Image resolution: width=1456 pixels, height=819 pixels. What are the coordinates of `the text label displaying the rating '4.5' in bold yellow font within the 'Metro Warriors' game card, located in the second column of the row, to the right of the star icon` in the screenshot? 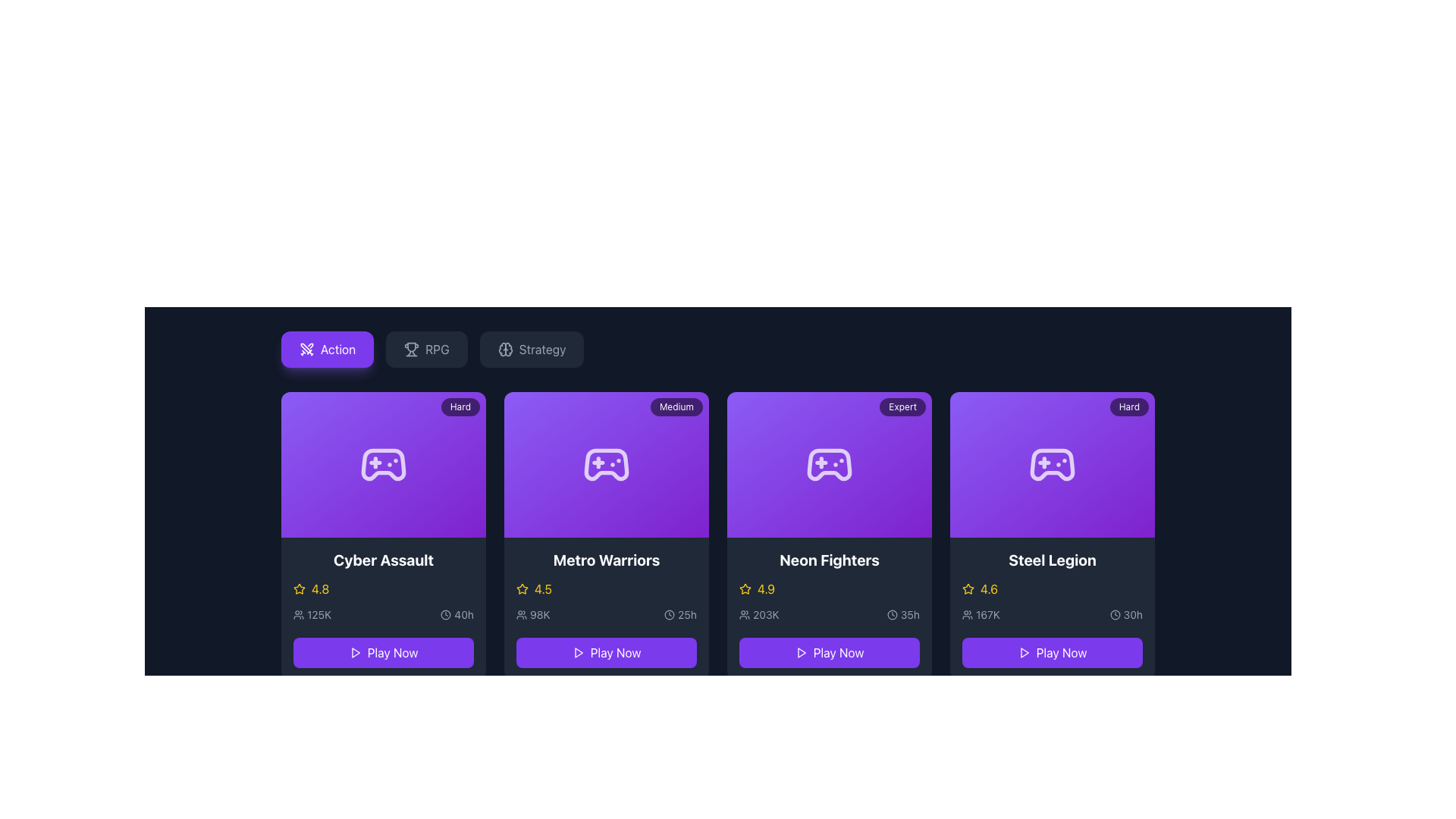 It's located at (543, 588).